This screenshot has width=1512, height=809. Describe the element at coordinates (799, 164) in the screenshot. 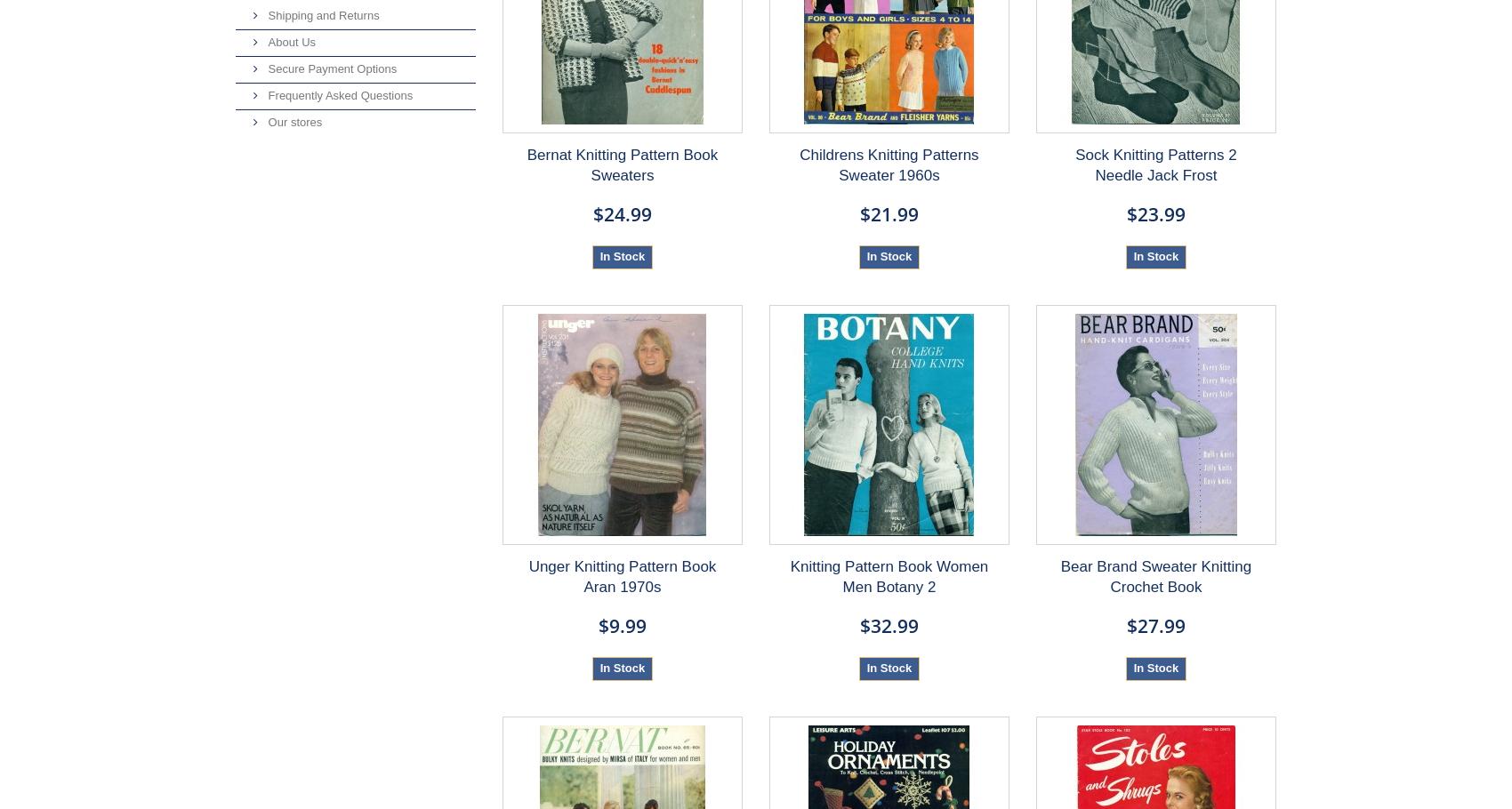

I see `'Childrens Knitting Patterns Sweater 1960s'` at that location.